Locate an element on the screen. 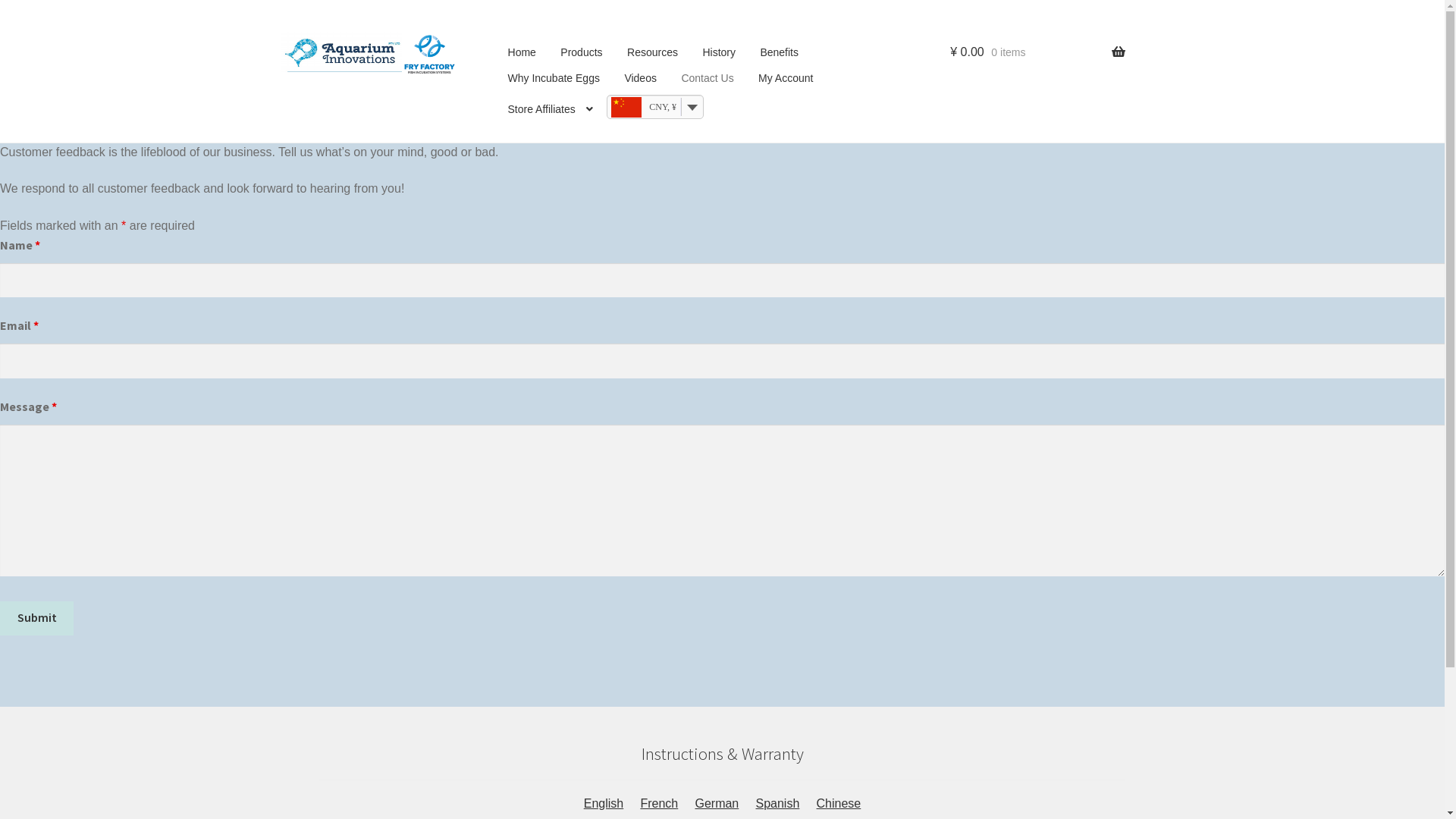 This screenshot has width=1456, height=819. 'German' is located at coordinates (716, 802).